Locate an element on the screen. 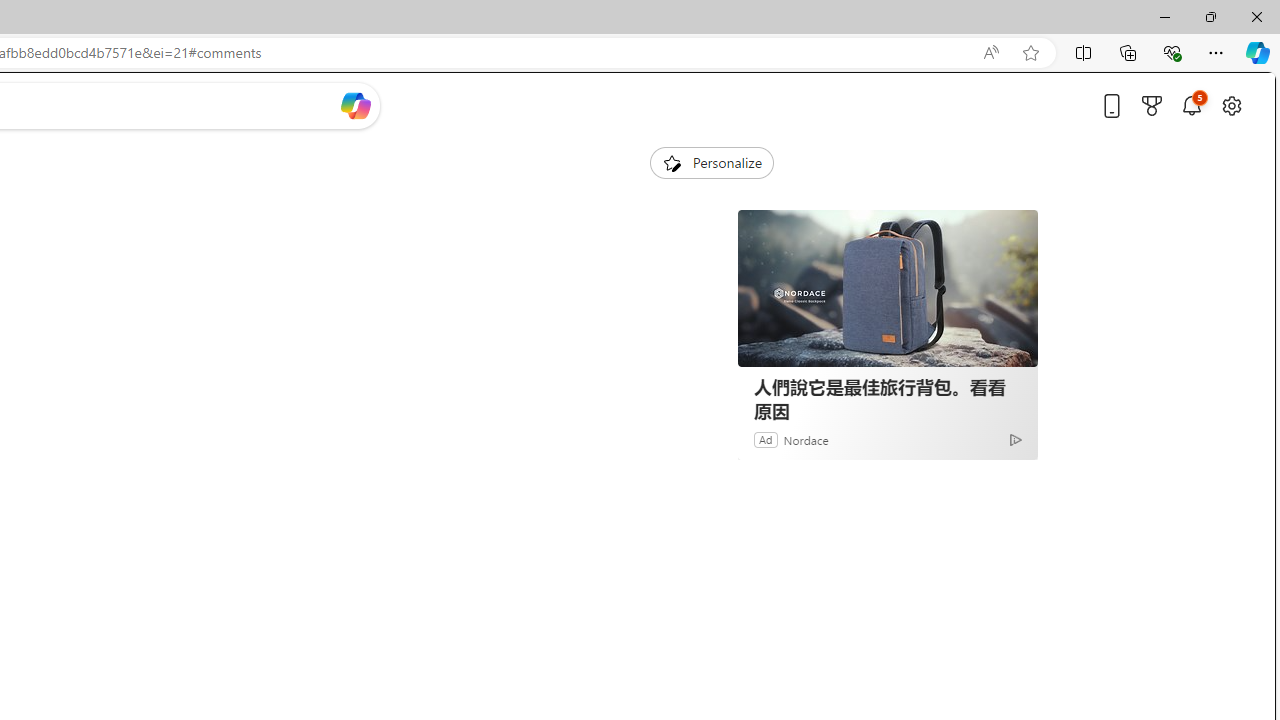 The image size is (1280, 720). 'Open settings' is located at coordinates (1231, 105).